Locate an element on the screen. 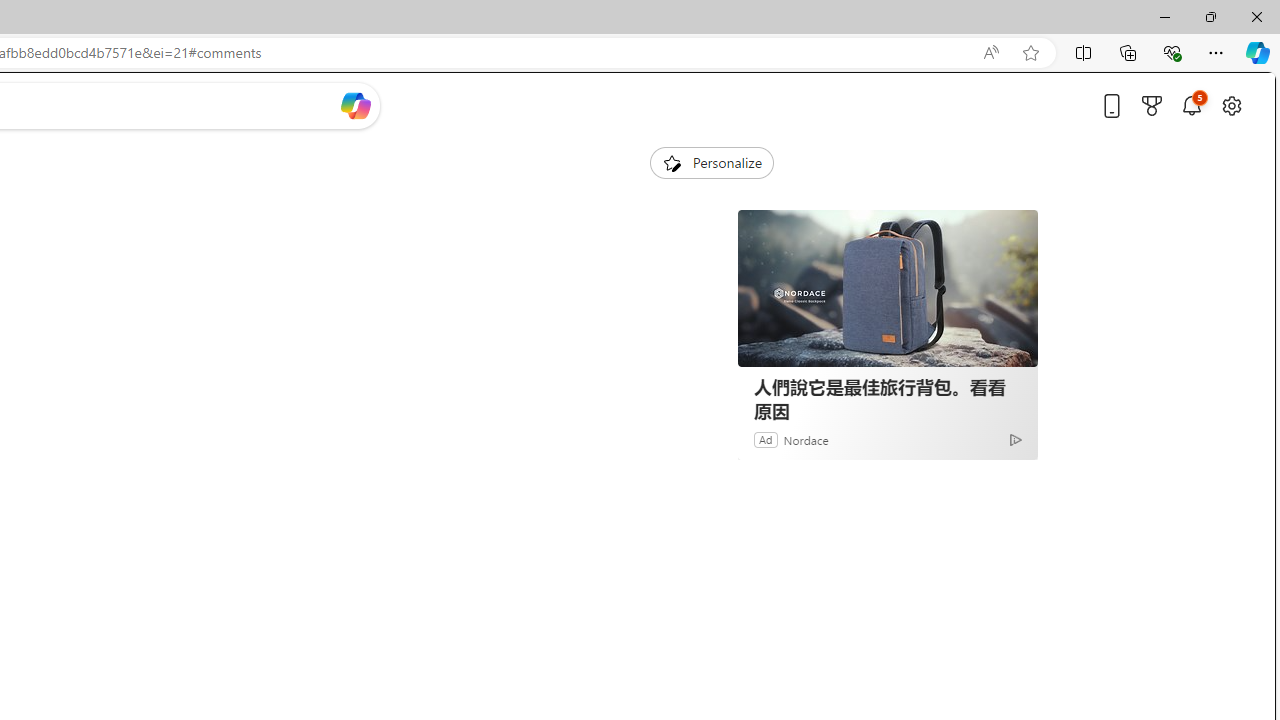 The image size is (1280, 720). 'Open settings' is located at coordinates (1231, 105).